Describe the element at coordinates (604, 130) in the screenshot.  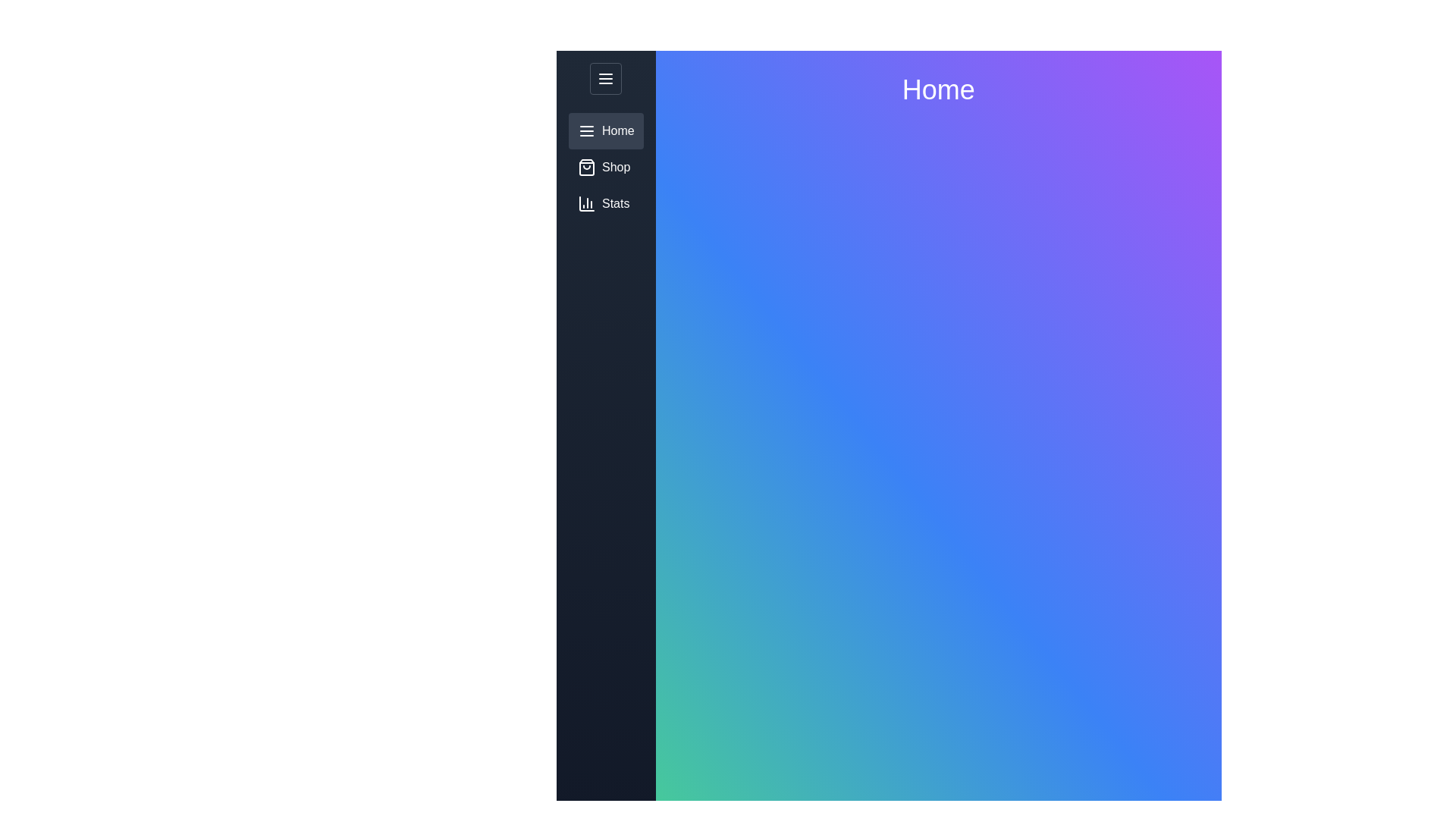
I see `the menu item 'Home' by clicking on its respective option` at that location.